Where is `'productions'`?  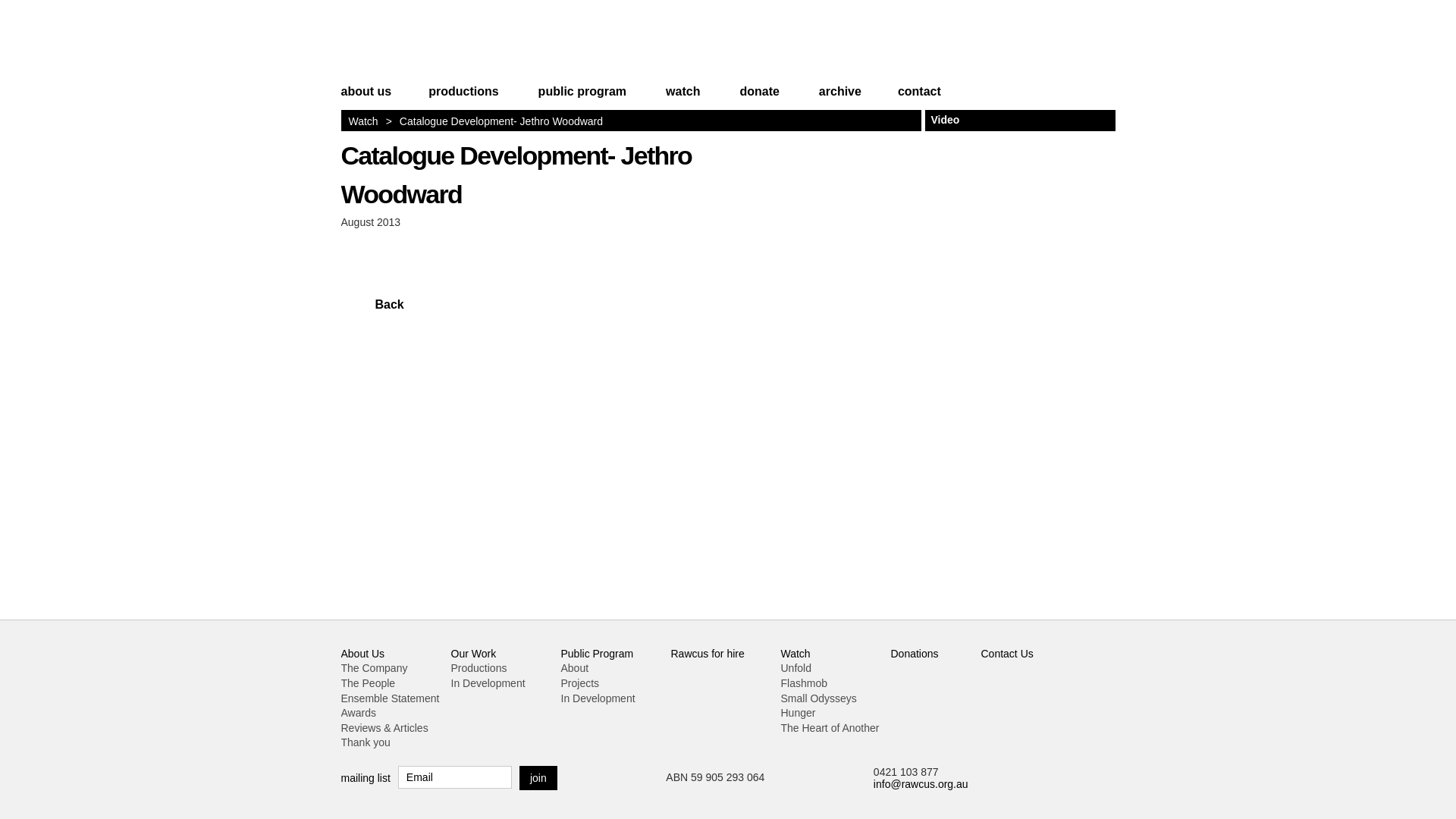 'productions' is located at coordinates (462, 98).